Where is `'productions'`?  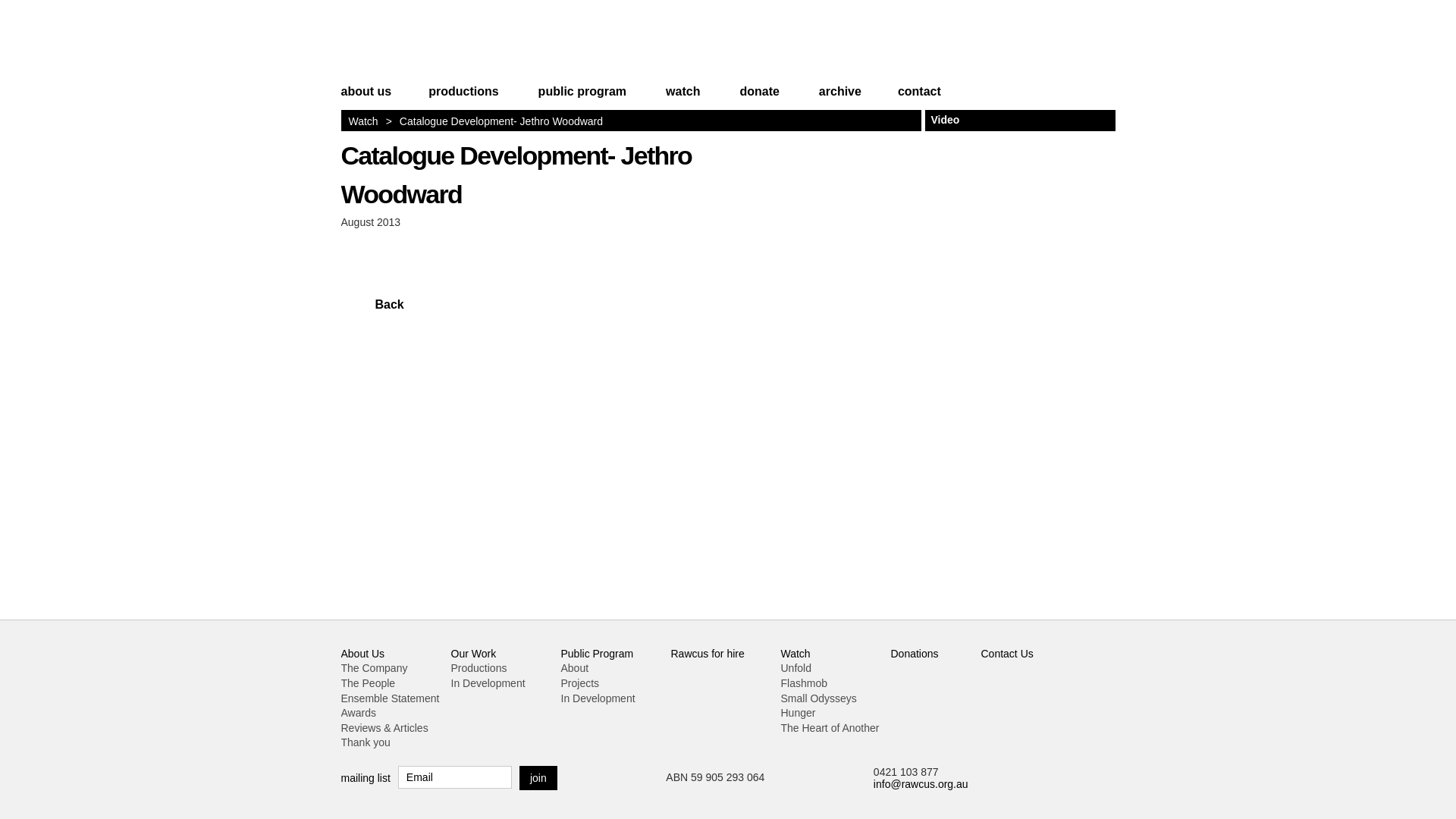 'productions' is located at coordinates (462, 98).